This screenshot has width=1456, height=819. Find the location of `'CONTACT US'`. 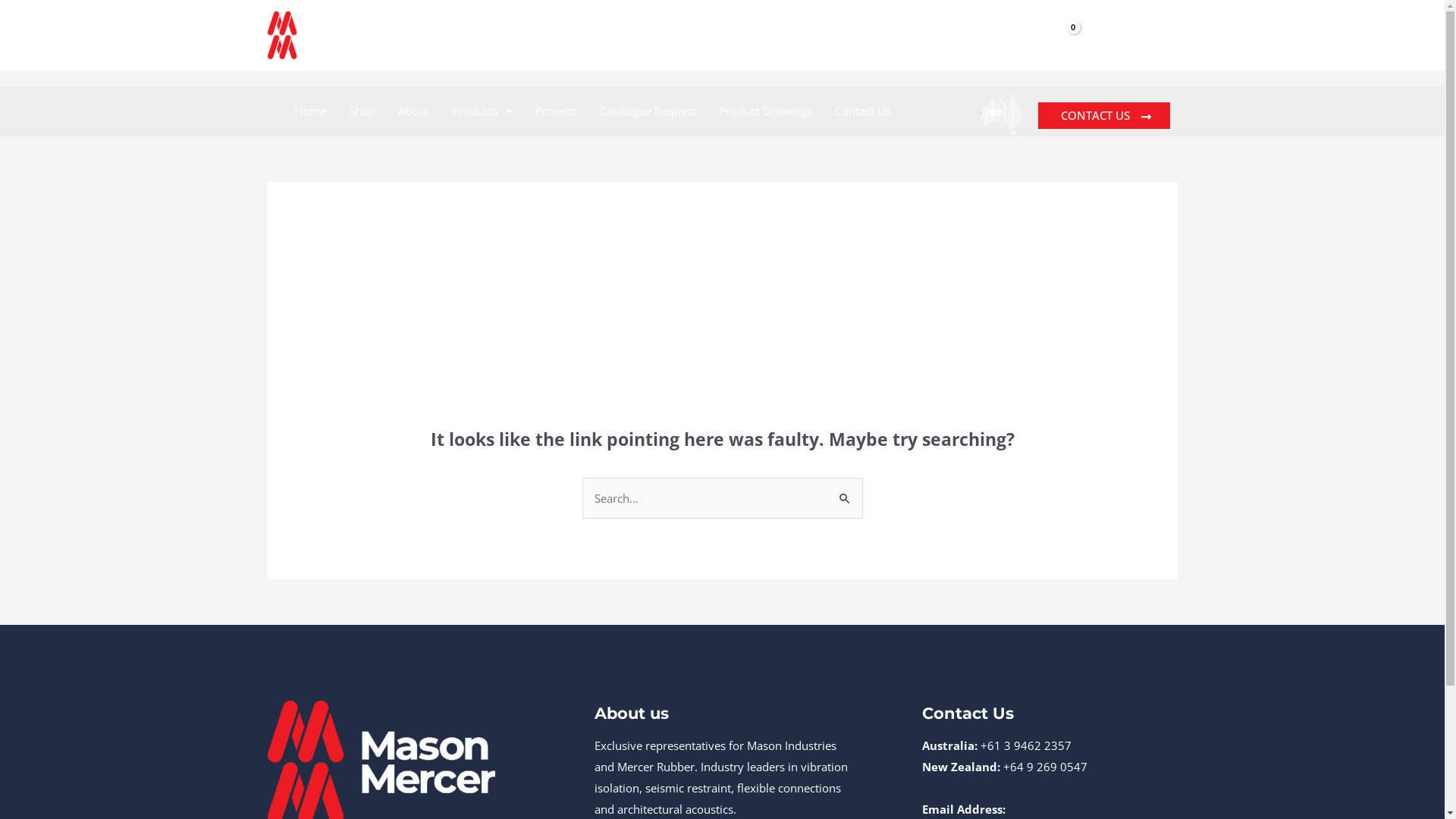

'CONTACT US' is located at coordinates (1103, 115).